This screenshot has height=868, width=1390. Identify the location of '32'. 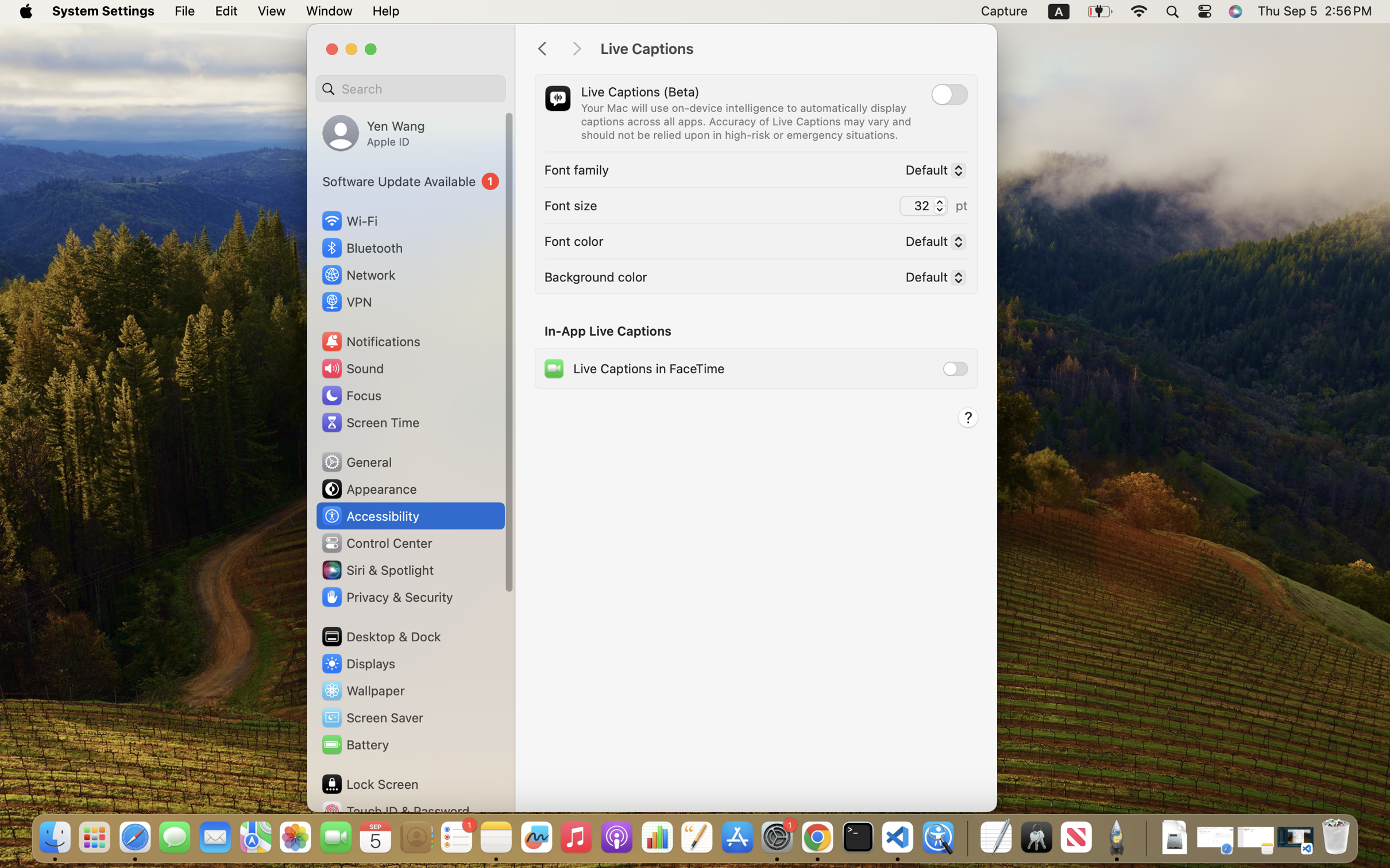
(923, 205).